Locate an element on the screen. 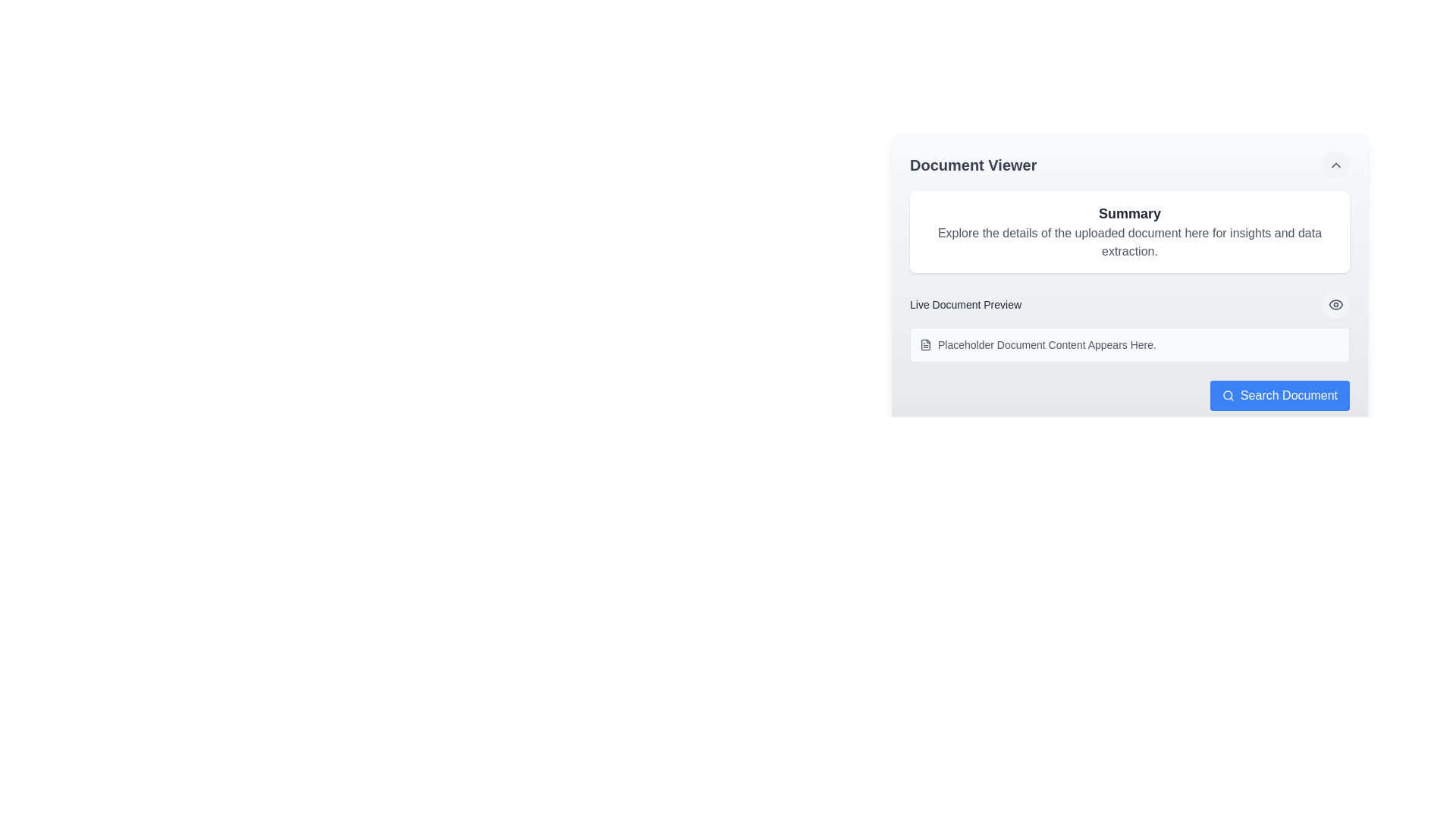 This screenshot has height=819, width=1456. the circular button with a light gray background and an eye icon is located at coordinates (1335, 304).